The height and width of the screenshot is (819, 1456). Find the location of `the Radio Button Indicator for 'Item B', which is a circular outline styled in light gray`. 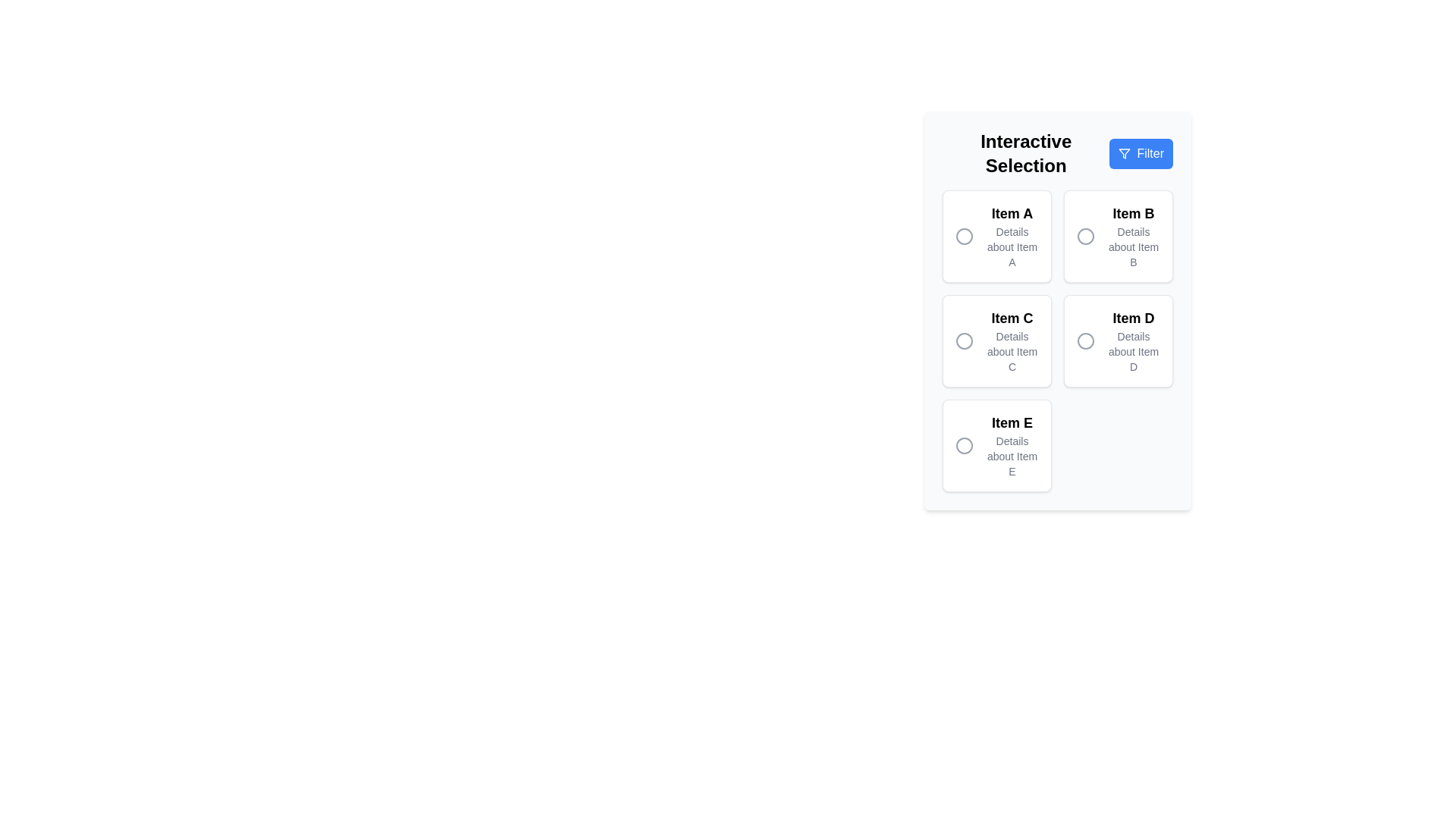

the Radio Button Indicator for 'Item B', which is a circular outline styled in light gray is located at coordinates (1084, 237).